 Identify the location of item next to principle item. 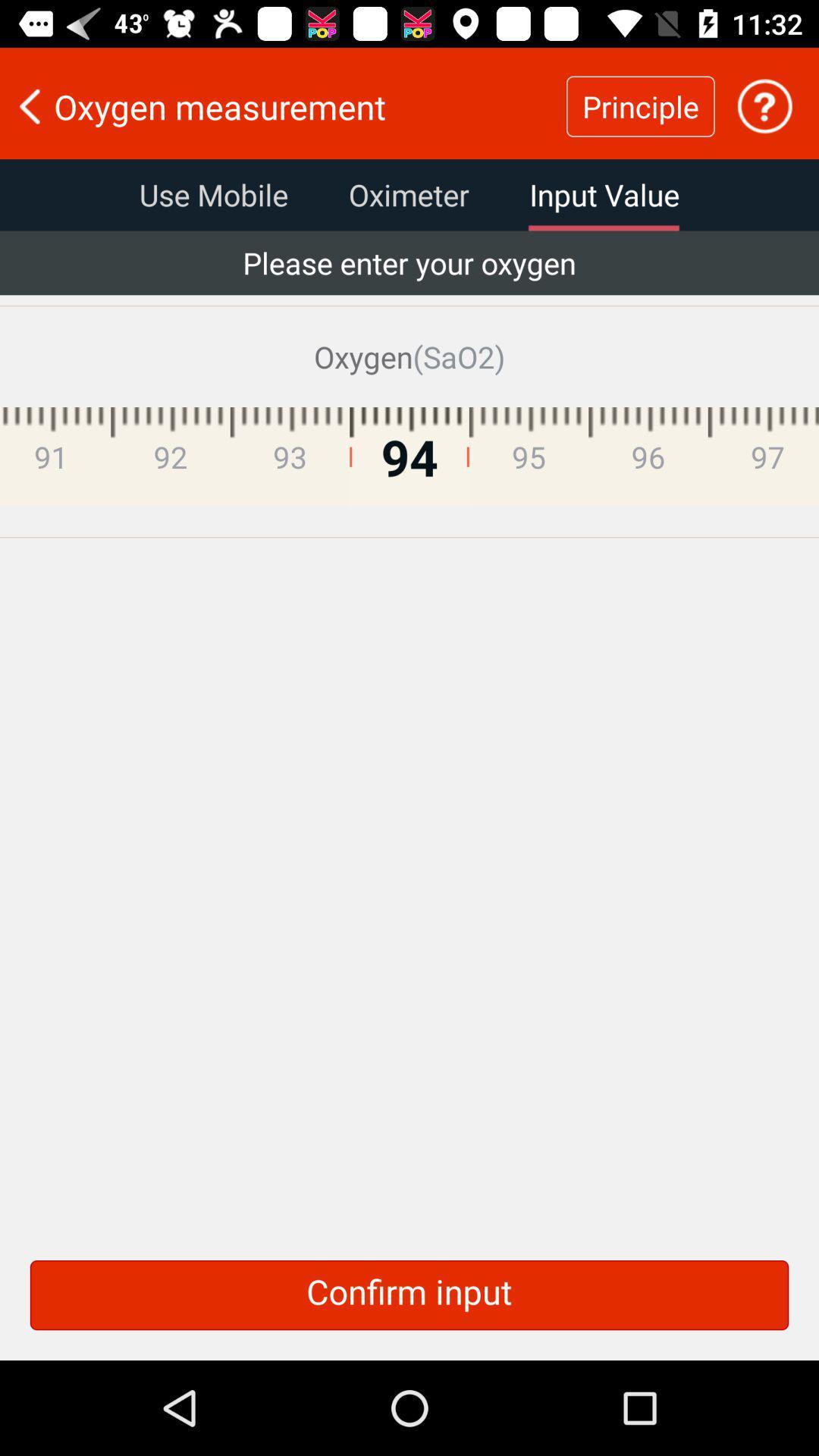
(764, 105).